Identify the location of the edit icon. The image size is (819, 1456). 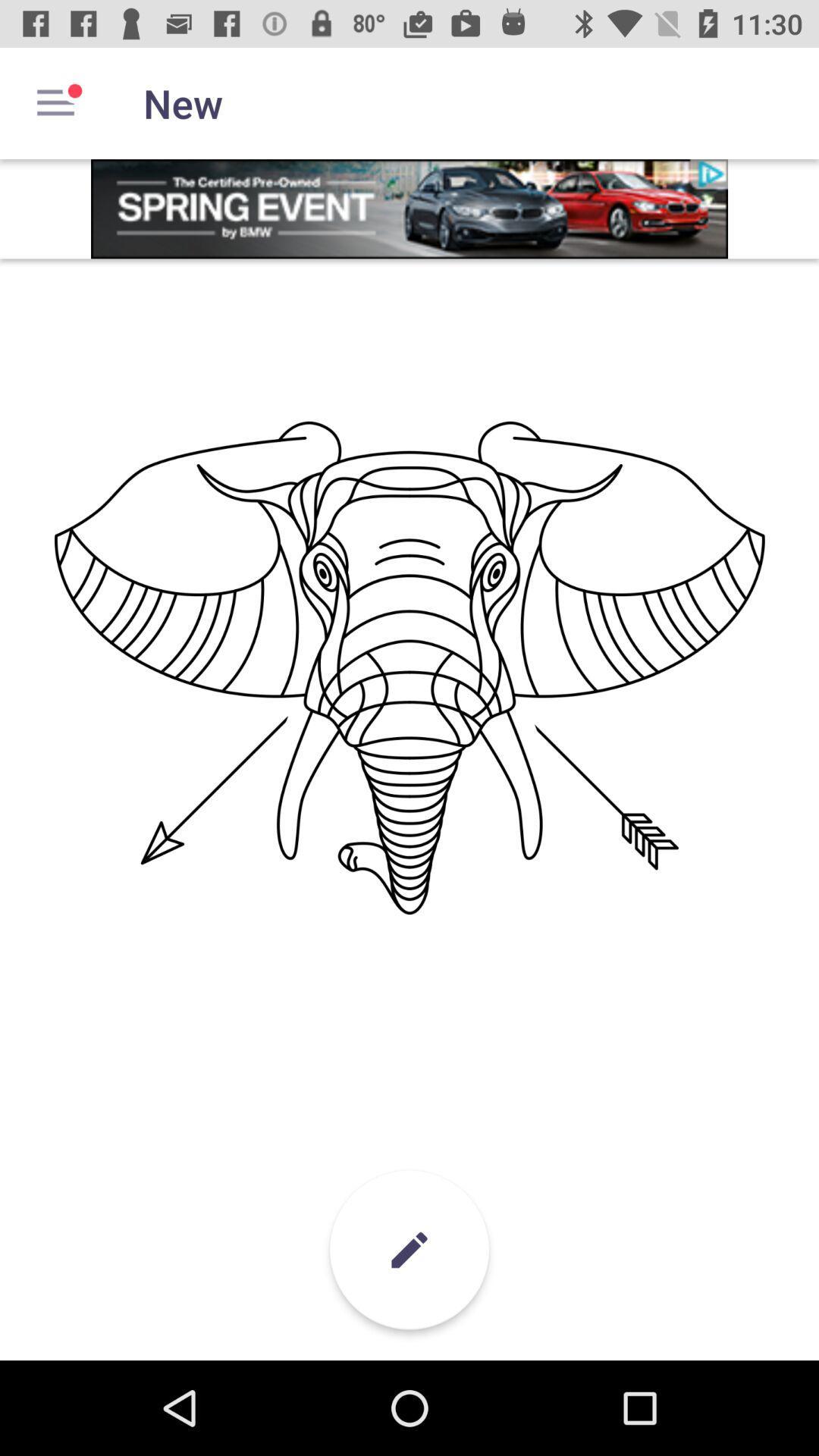
(409, 1250).